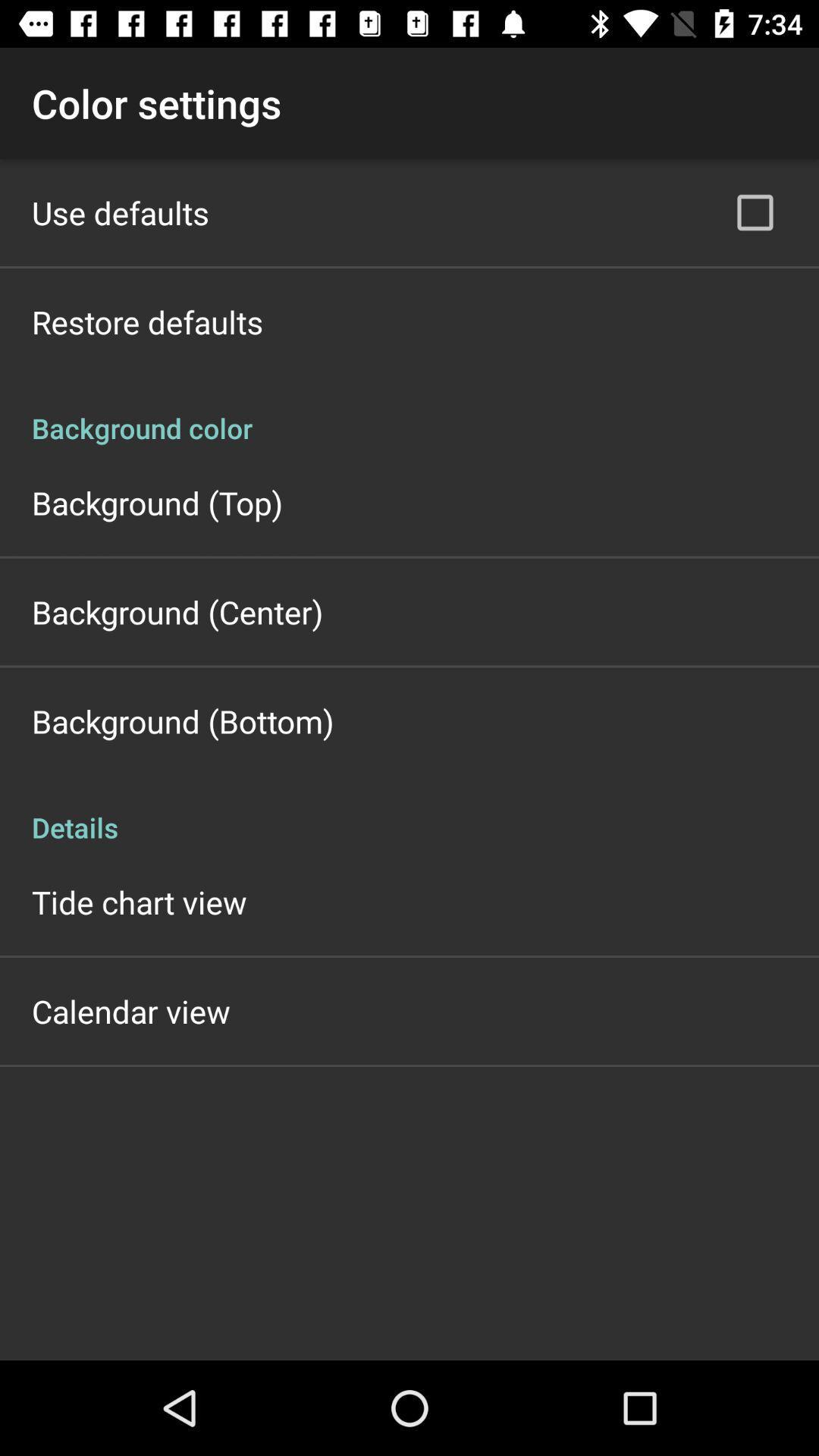 This screenshot has width=819, height=1456. Describe the element at coordinates (755, 212) in the screenshot. I see `the app above background color icon` at that location.